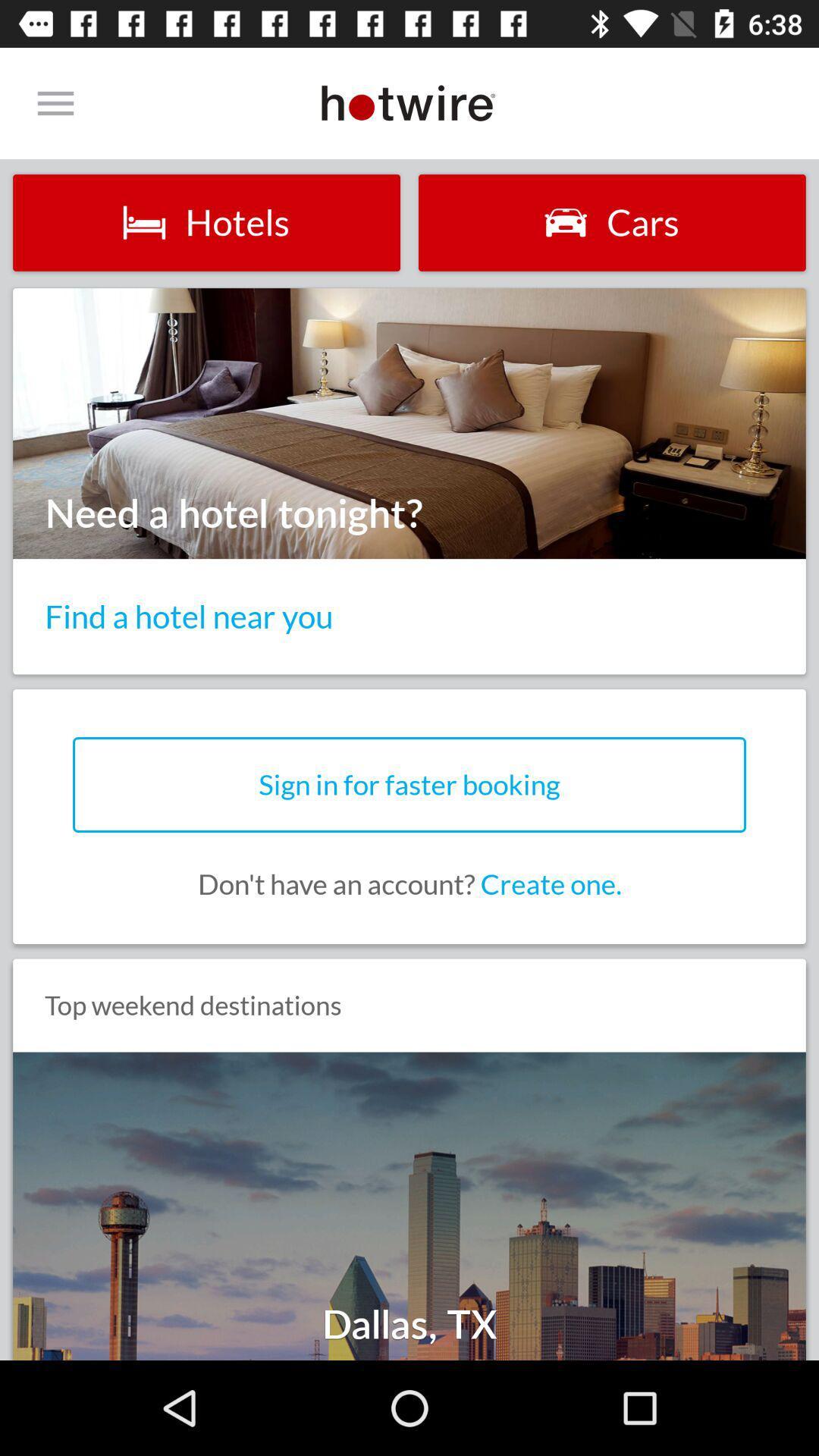 The height and width of the screenshot is (1456, 819). What do you see at coordinates (409, 884) in the screenshot?
I see `the don t have icon` at bounding box center [409, 884].